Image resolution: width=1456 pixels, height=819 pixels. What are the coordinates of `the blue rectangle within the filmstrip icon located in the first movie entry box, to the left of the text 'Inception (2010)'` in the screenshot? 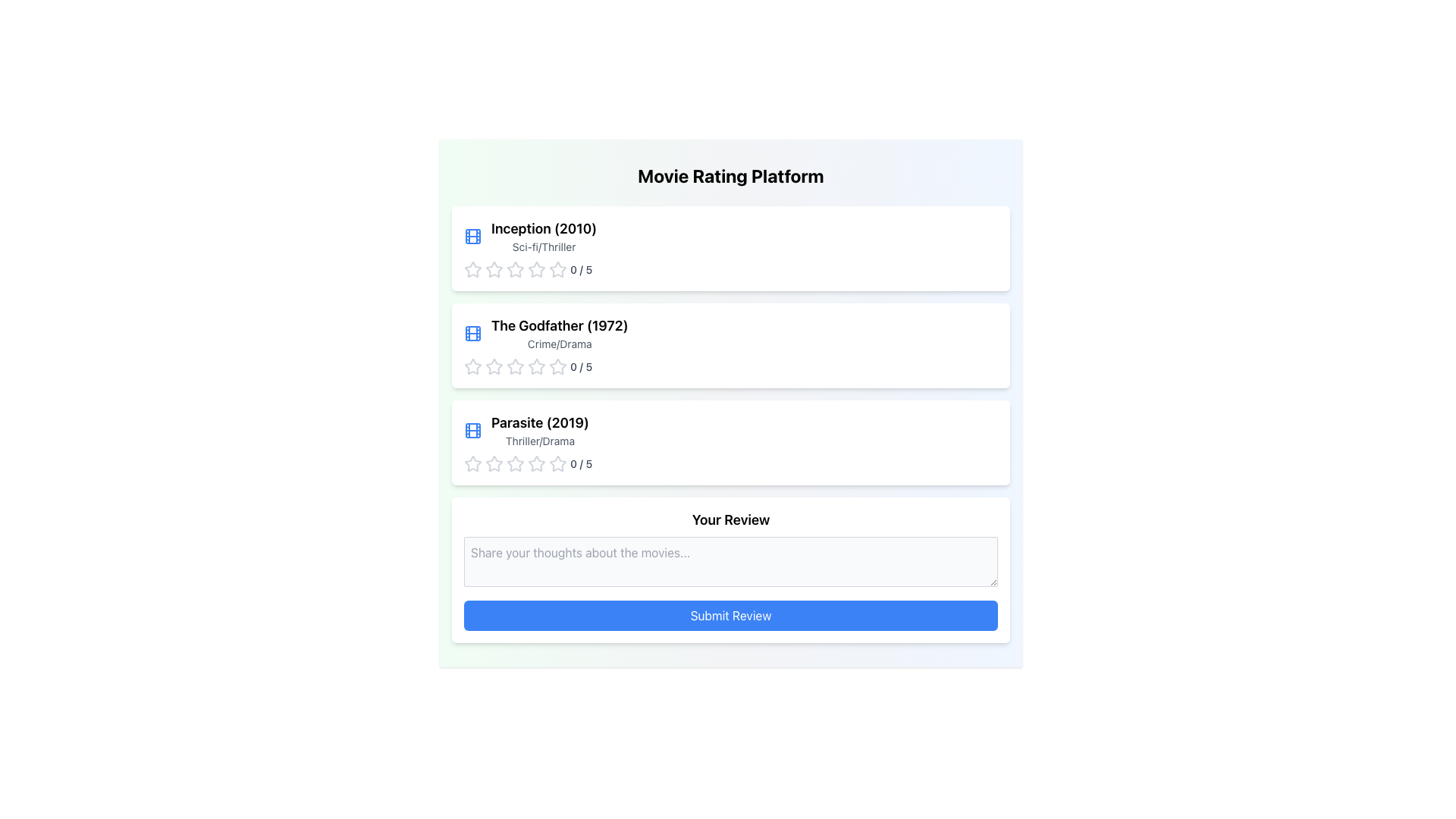 It's located at (472, 430).